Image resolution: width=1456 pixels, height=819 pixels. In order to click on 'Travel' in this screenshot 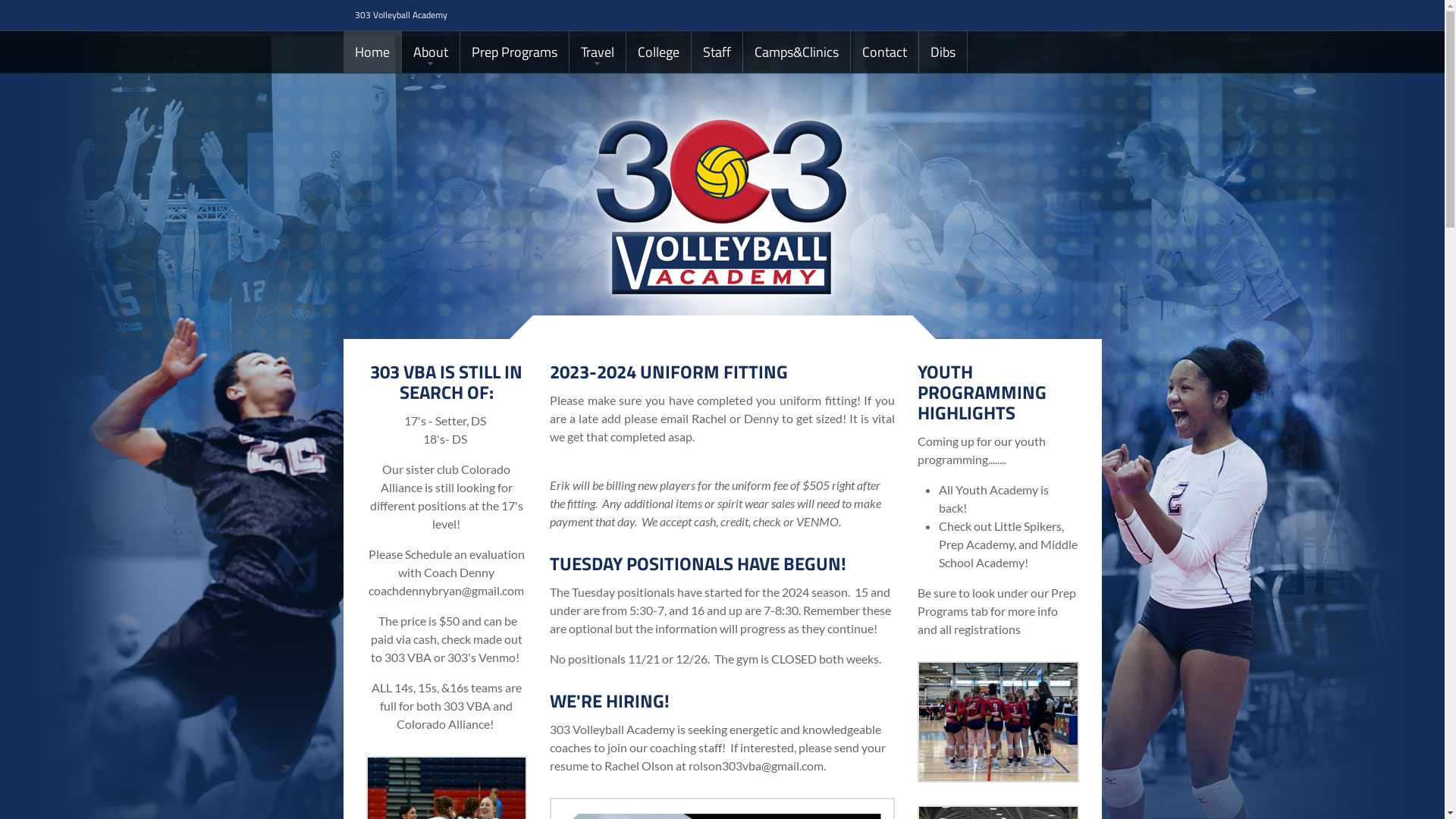, I will do `click(596, 51)`.